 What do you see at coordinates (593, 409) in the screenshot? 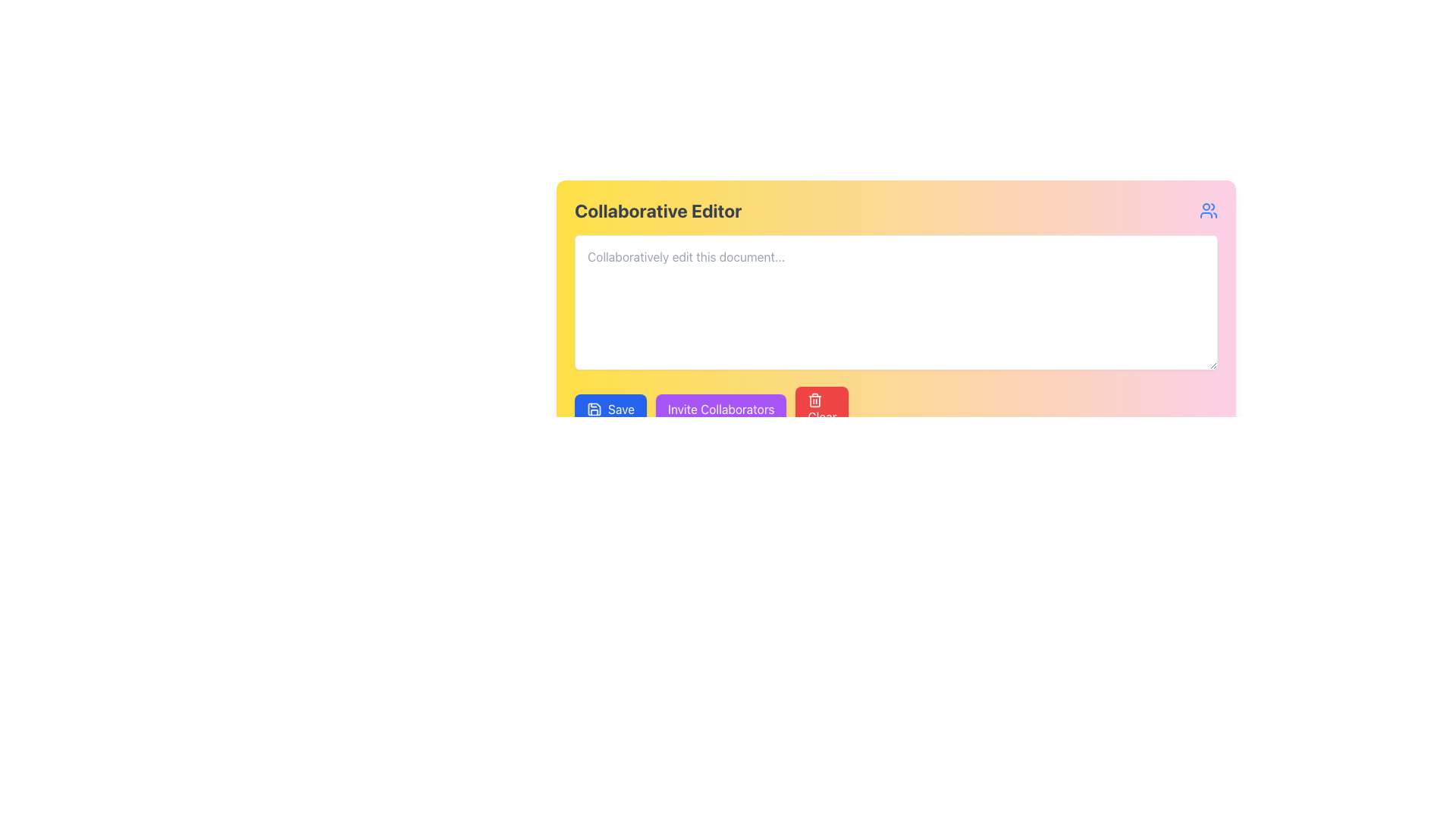
I see `the 'Save' icon located within the blue rectangle button near the bottom left corner of the collaborative editor` at bounding box center [593, 409].